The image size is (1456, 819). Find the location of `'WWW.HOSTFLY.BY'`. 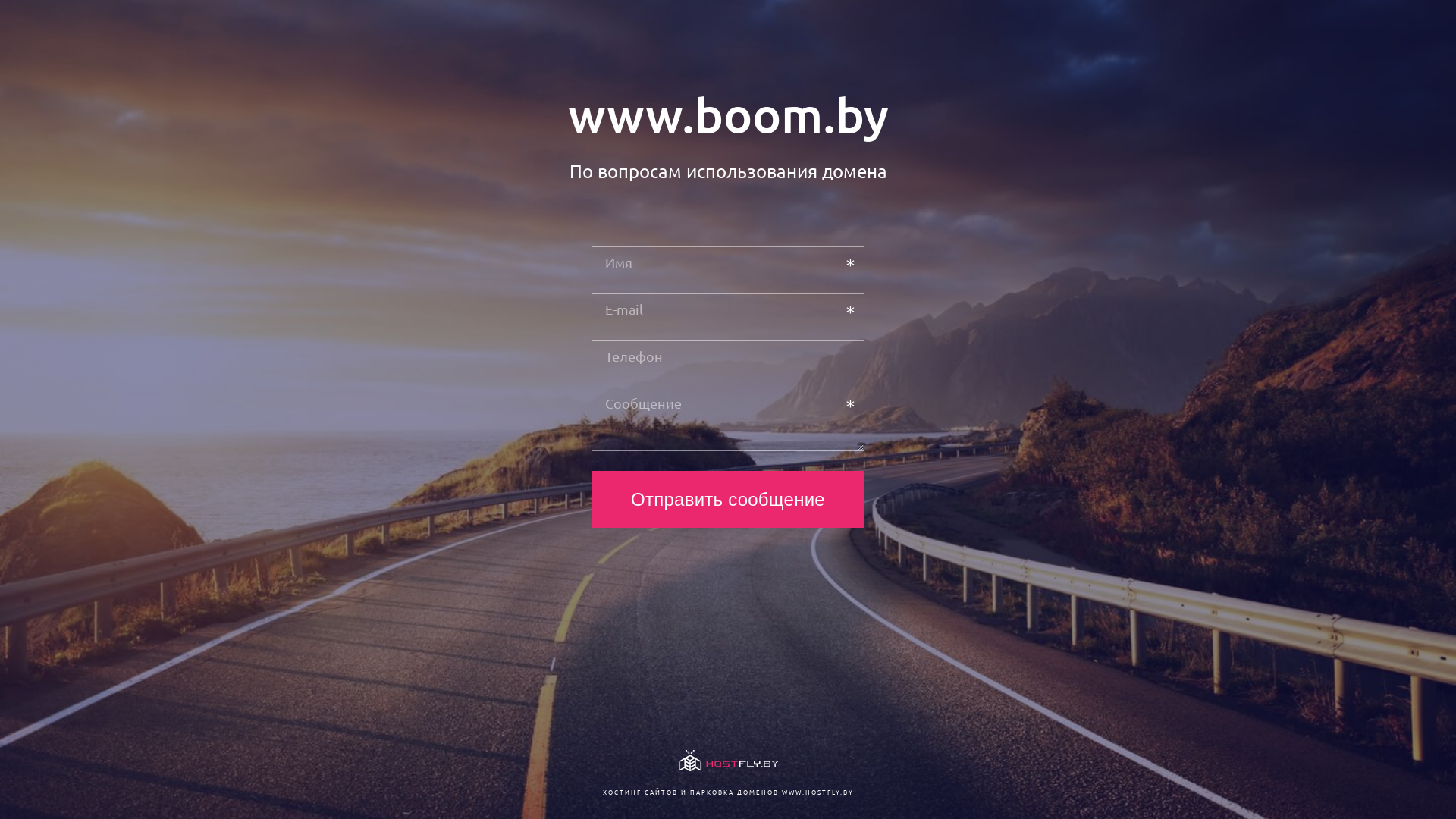

'WWW.HOSTFLY.BY' is located at coordinates (816, 791).